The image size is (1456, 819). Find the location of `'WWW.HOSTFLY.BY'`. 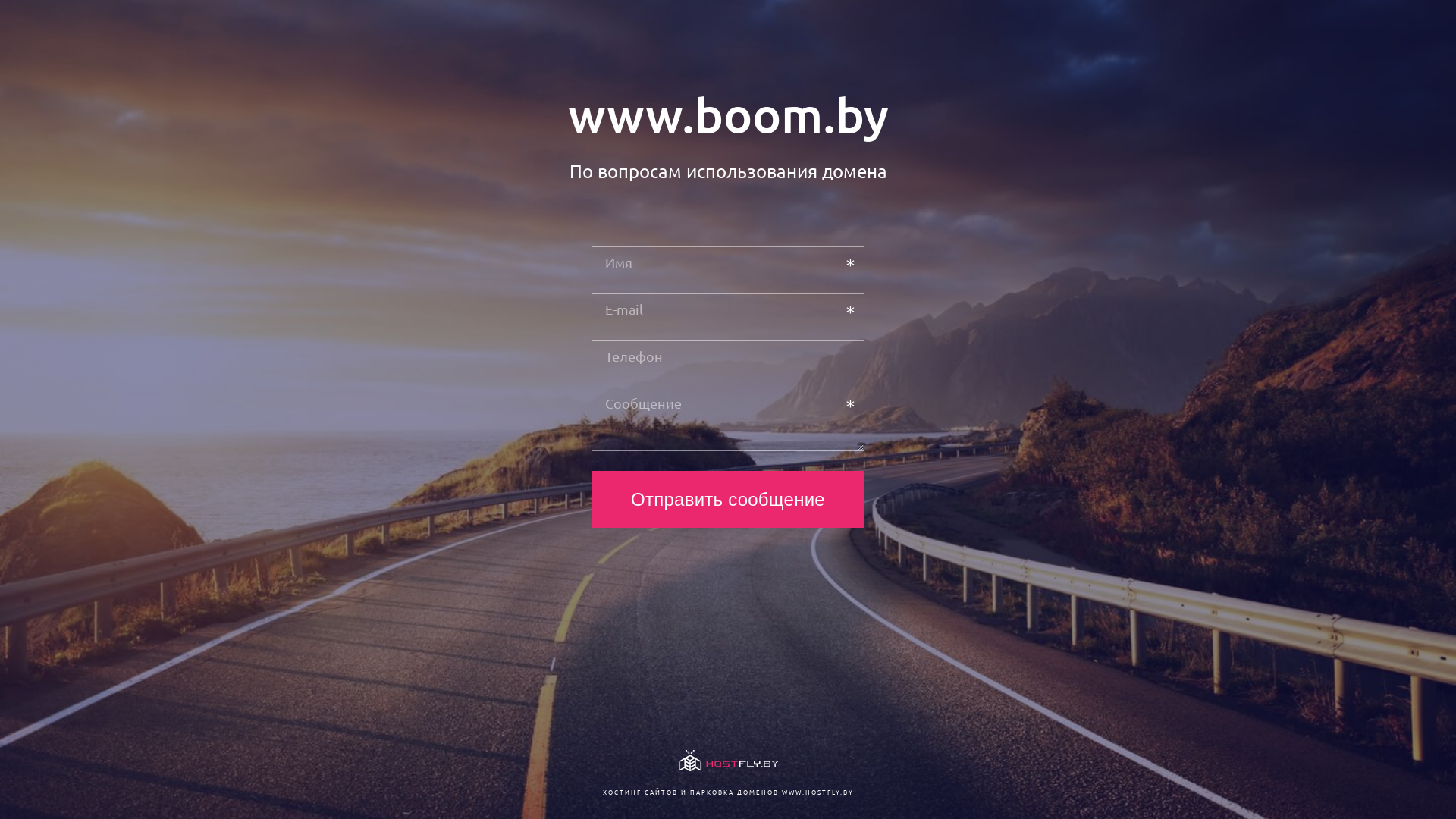

'WWW.HOSTFLY.BY' is located at coordinates (816, 791).